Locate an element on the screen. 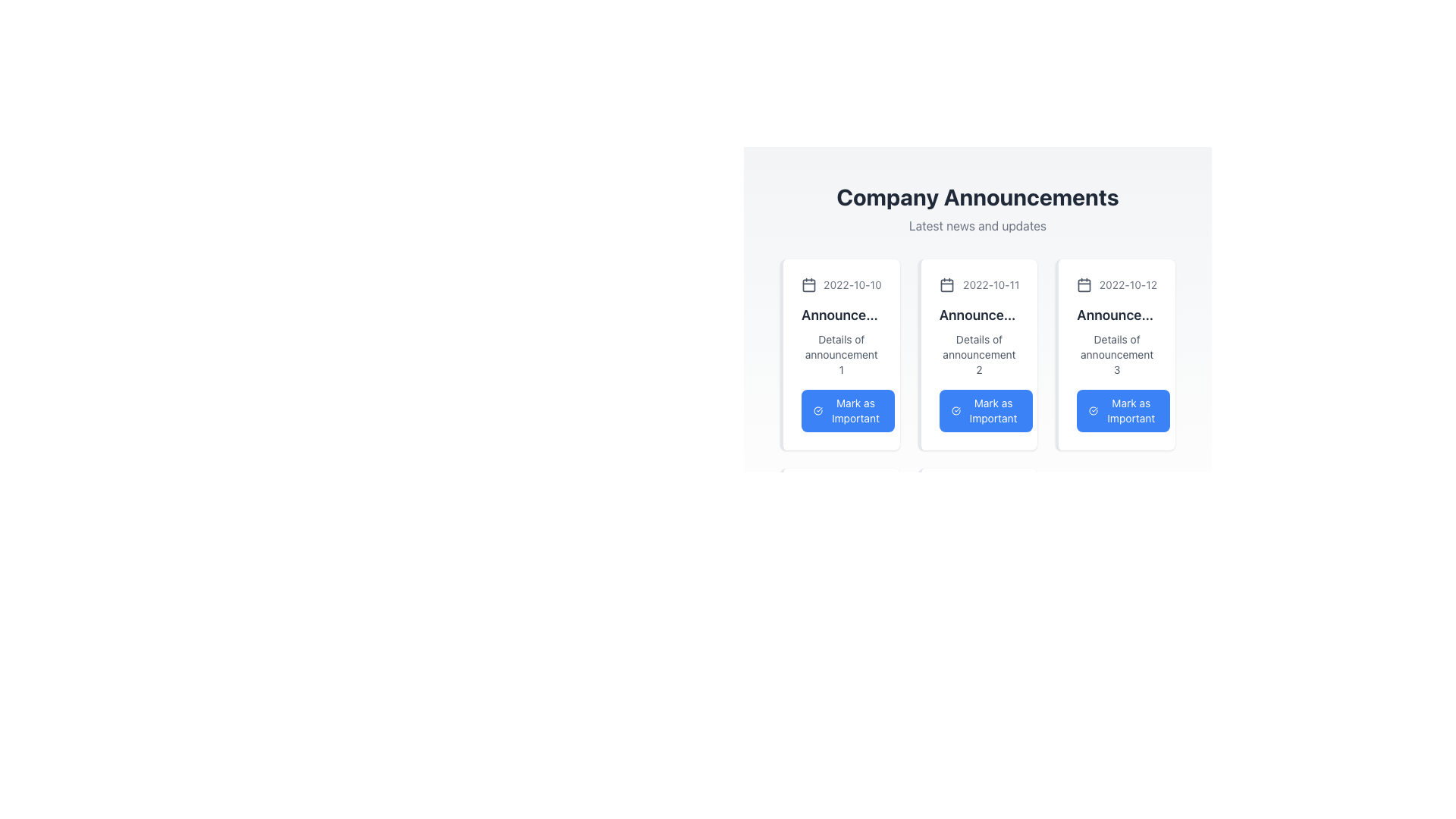  the title text element of the announcement, which is located in the third card from the left, positioned below the date '2022-10-12' and above the details text and button is located at coordinates (1117, 315).